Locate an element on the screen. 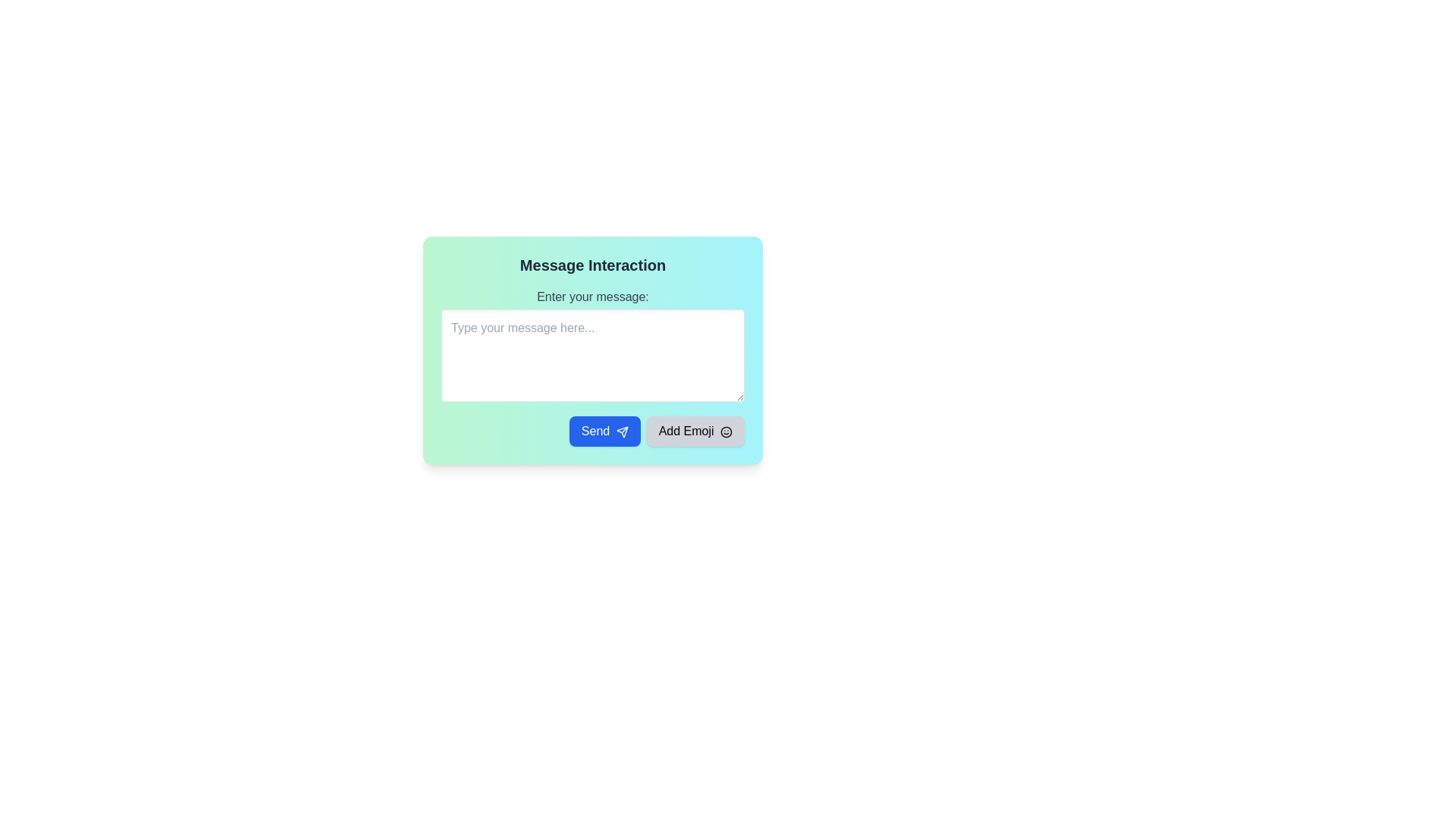  the 'Message Interaction' text label, which serves as the header for the card section and is centrally aligned at the top of the layout is located at coordinates (592, 265).